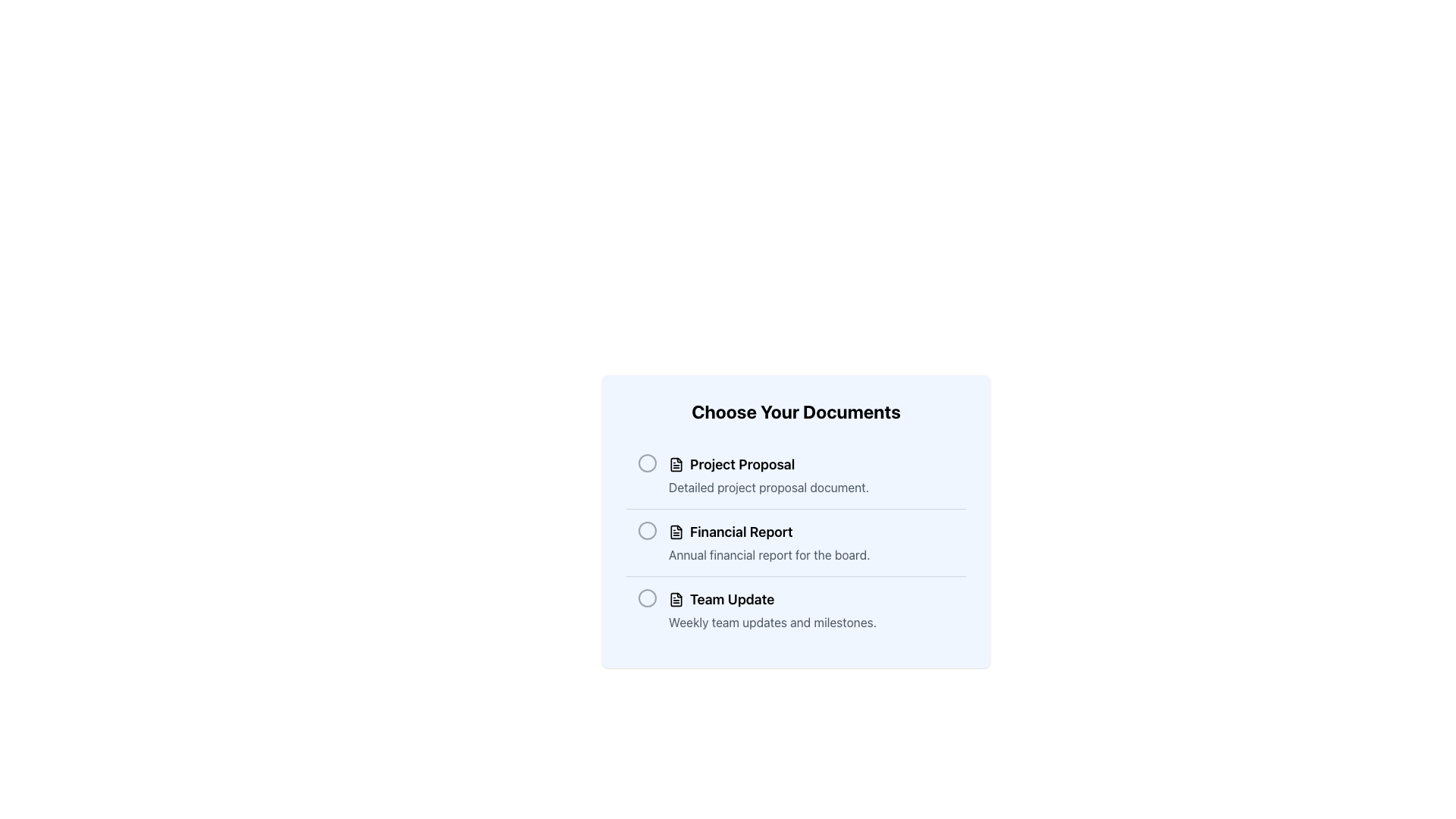 Image resolution: width=1456 pixels, height=819 pixels. What do you see at coordinates (648, 598) in the screenshot?
I see `to select the radio button styled as a circular UI component with a light gray border, located next to the text 'Team Update Weekly team updates and milestones'` at bounding box center [648, 598].